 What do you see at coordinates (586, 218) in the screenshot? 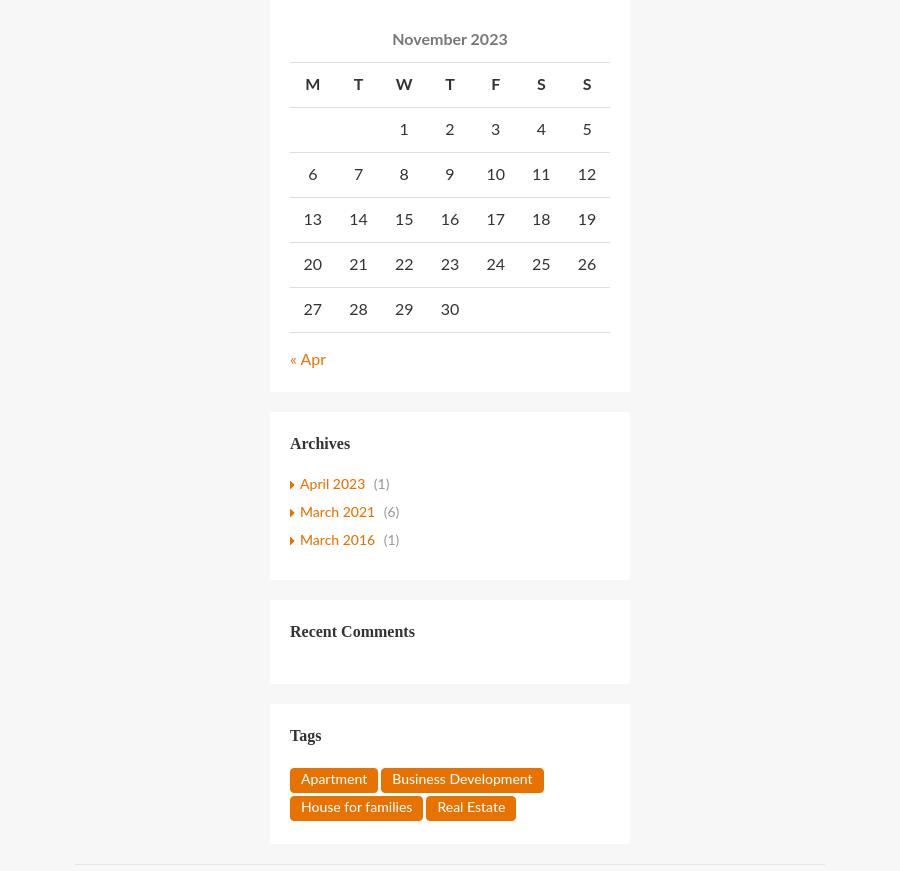
I see `'19'` at bounding box center [586, 218].